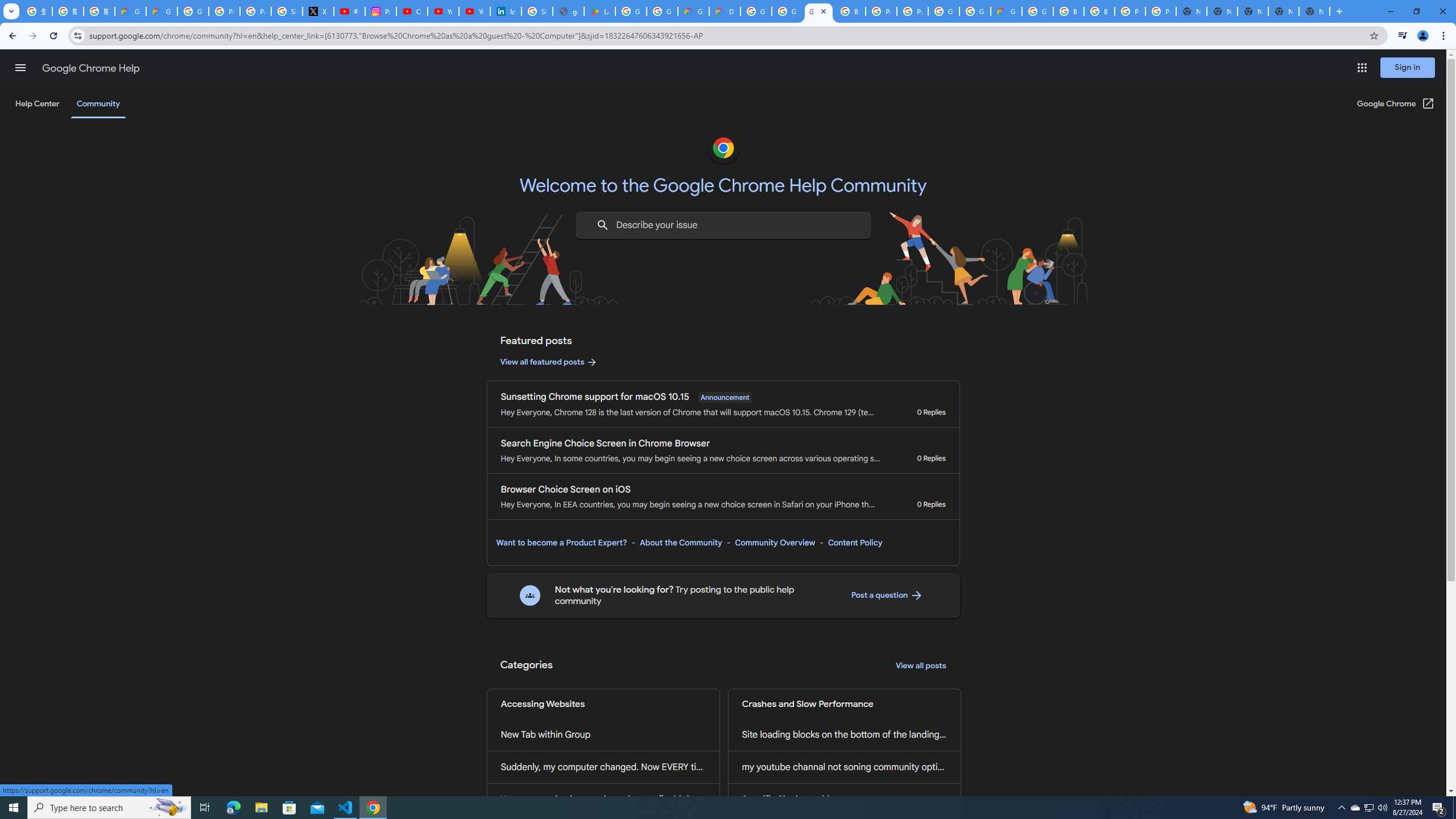 The width and height of the screenshot is (1456, 819). Describe the element at coordinates (1099, 11) in the screenshot. I see `'Browse Chrome as a guest - Computer - Google Chrome Help'` at that location.